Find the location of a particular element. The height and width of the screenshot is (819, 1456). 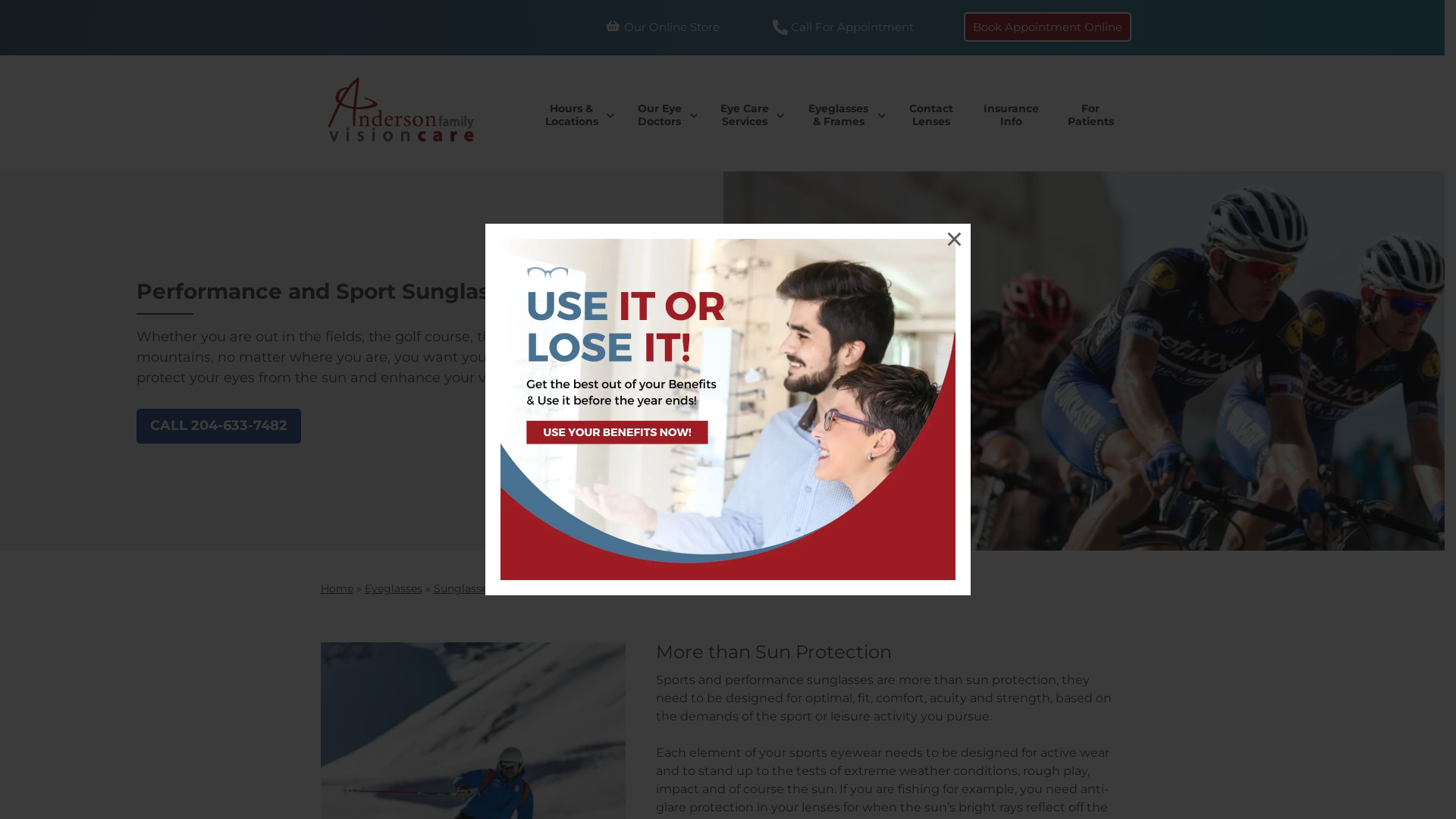

'For Patients' is located at coordinates (1090, 114).